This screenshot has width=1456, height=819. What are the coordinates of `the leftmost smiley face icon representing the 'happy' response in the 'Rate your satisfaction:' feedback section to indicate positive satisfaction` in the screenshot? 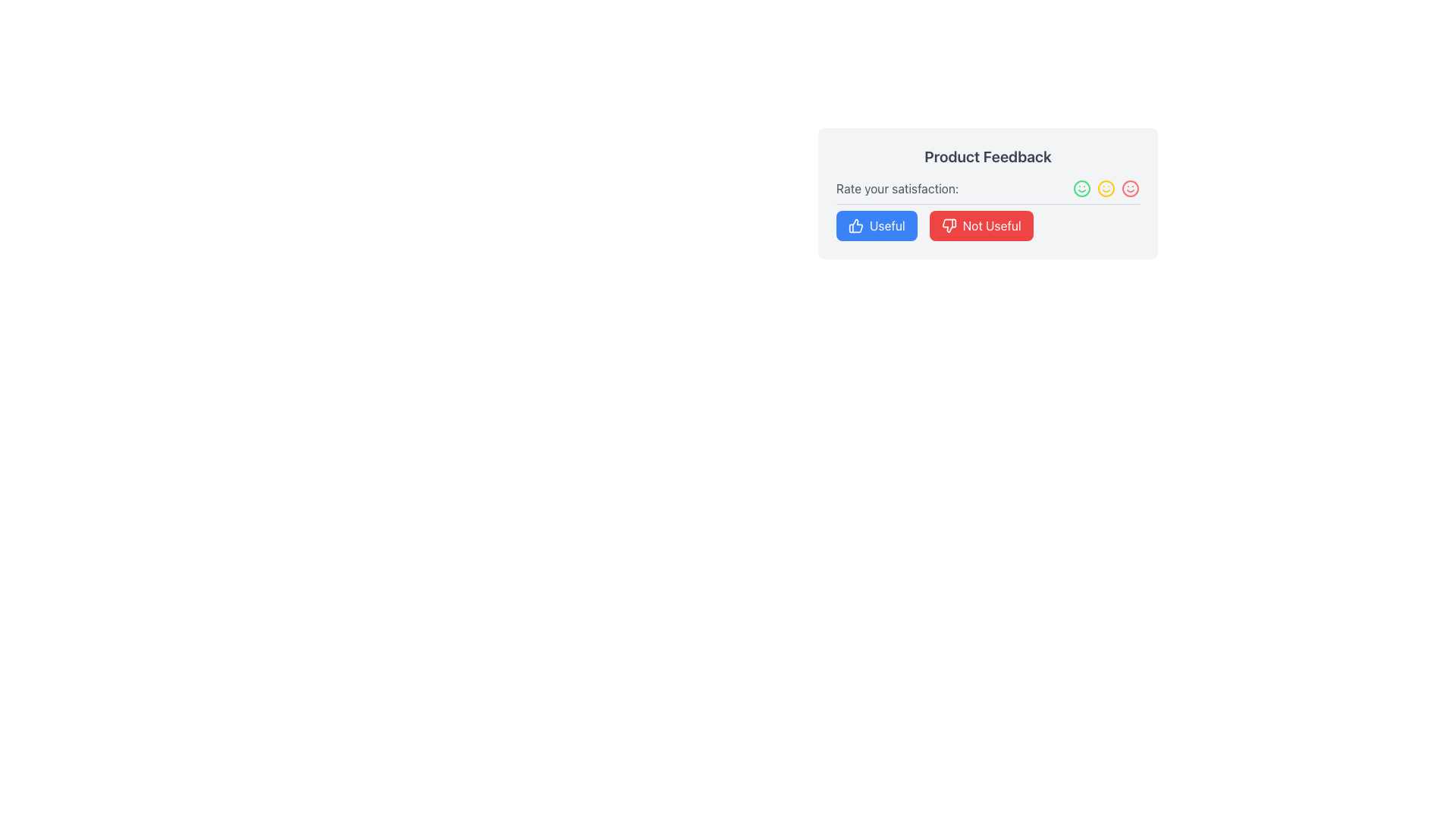 It's located at (1081, 188).